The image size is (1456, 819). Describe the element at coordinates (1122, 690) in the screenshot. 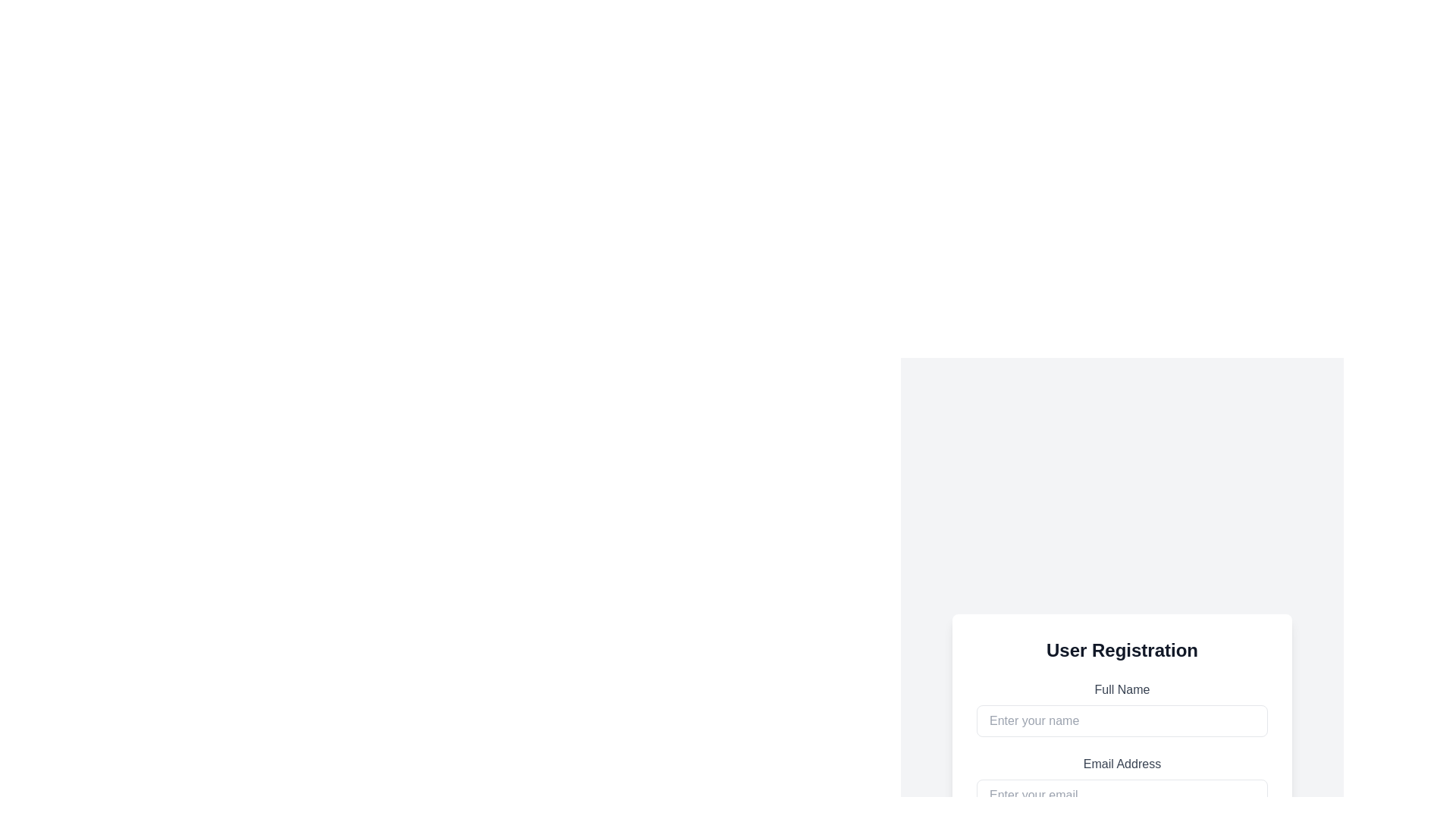

I see `the Text label that provides guidance for the adjacent full name input field in the user registration form` at that location.